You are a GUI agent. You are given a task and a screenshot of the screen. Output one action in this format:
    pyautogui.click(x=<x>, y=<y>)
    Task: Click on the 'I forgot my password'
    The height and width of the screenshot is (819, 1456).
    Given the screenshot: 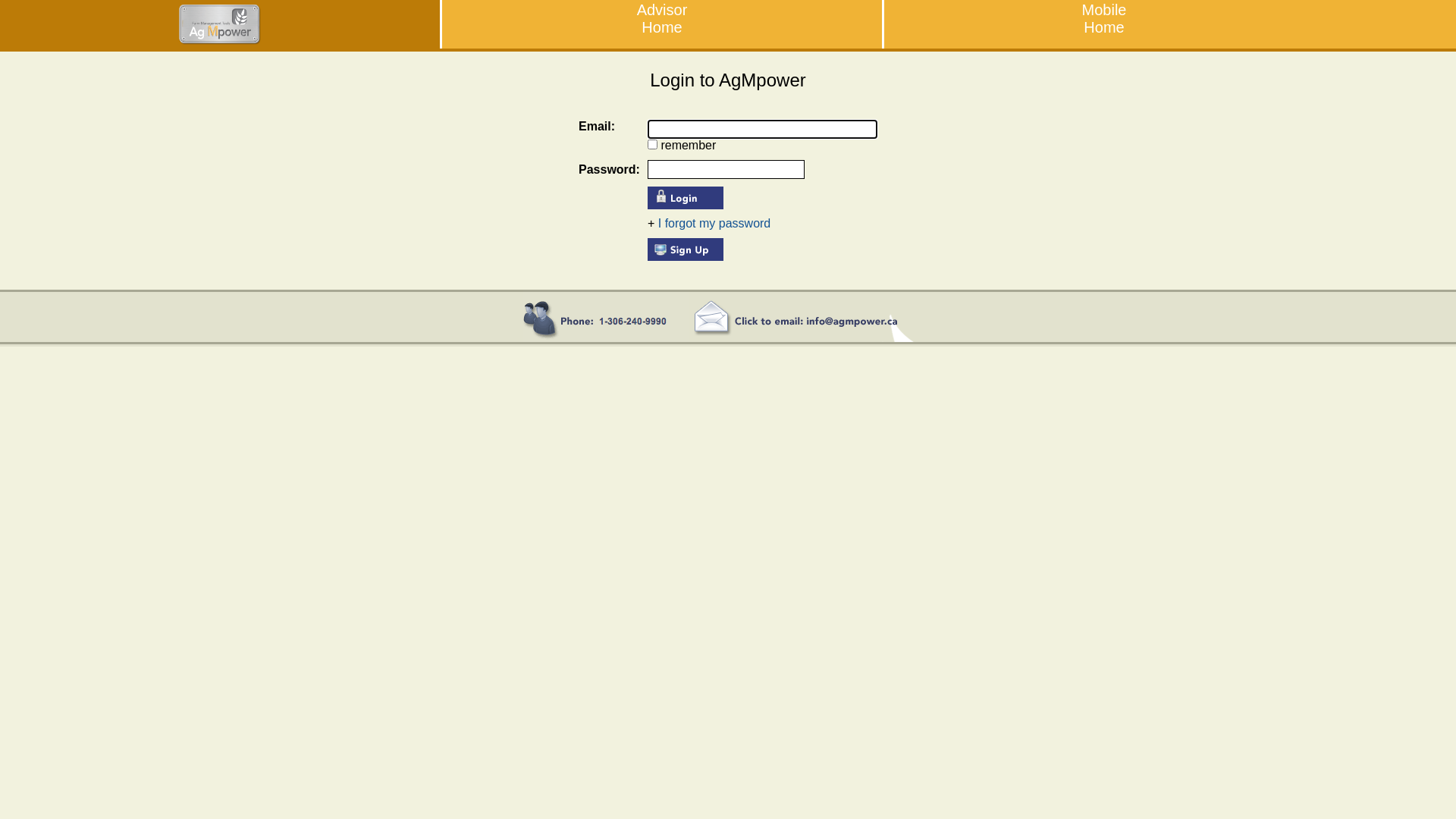 What is the action you would take?
    pyautogui.click(x=714, y=223)
    